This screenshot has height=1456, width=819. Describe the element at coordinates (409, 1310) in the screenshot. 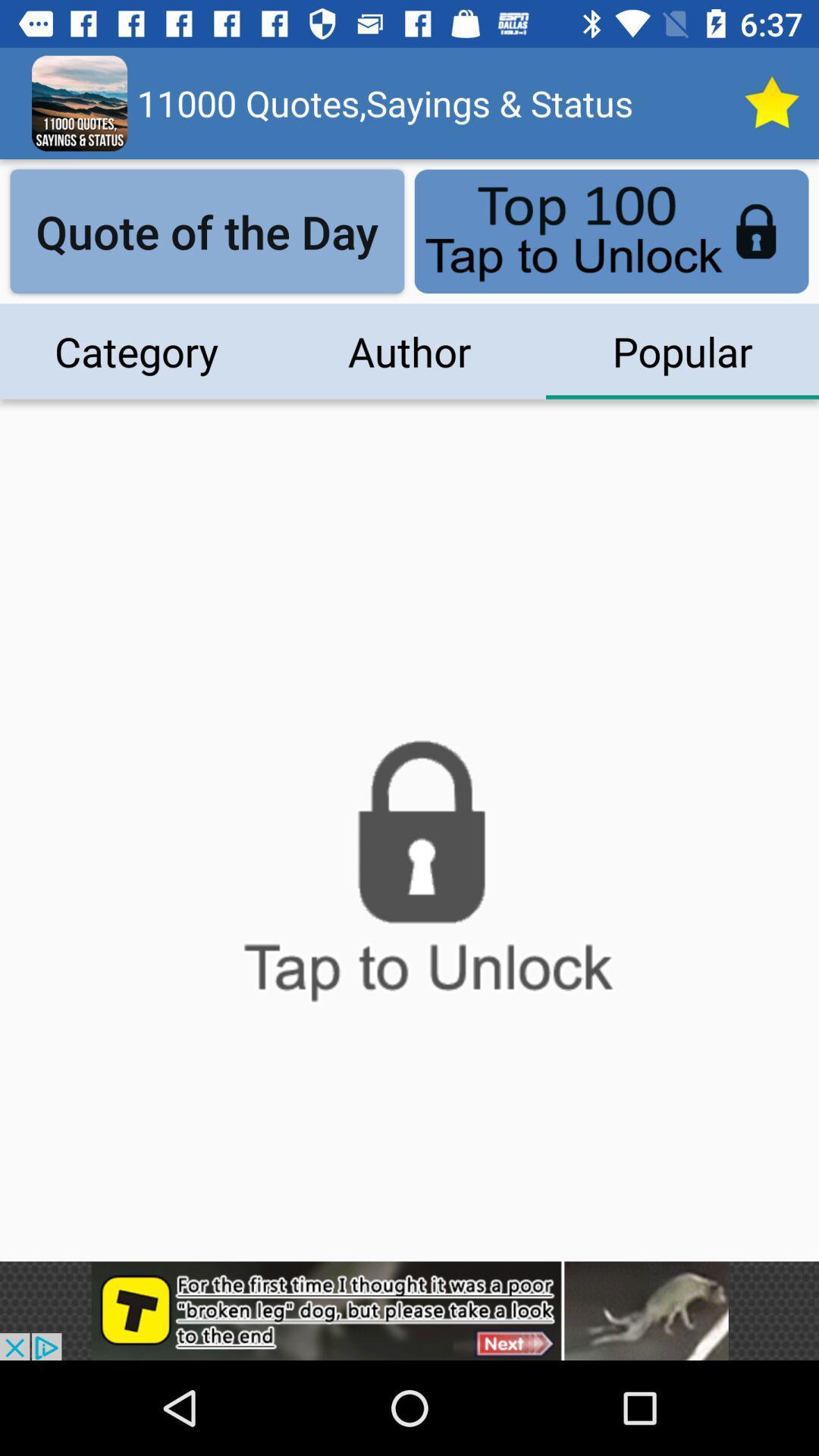

I see `advertisement banner` at that location.